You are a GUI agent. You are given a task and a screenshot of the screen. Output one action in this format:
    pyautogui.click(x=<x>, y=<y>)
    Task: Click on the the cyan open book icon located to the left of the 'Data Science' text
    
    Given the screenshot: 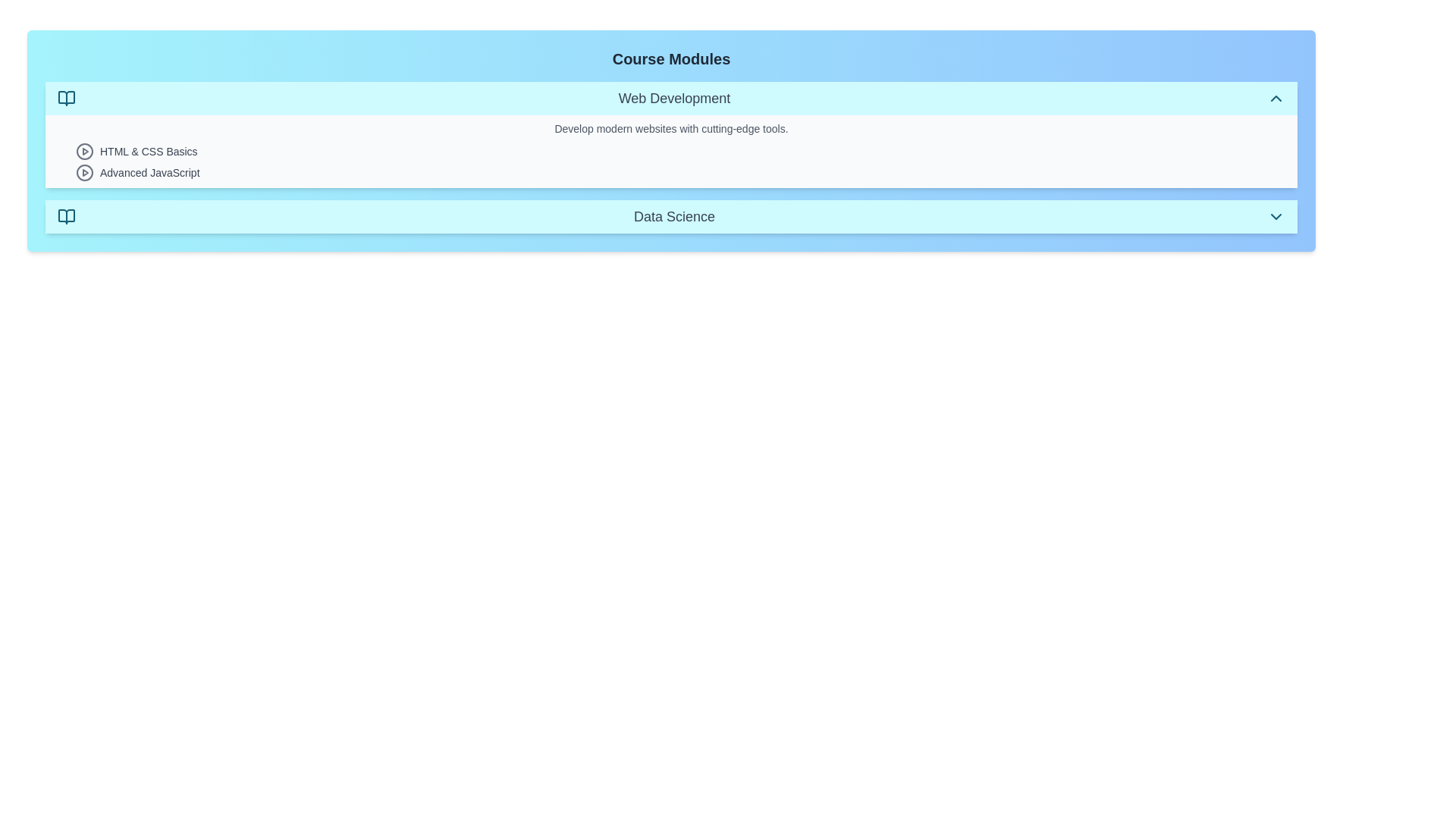 What is the action you would take?
    pyautogui.click(x=65, y=216)
    